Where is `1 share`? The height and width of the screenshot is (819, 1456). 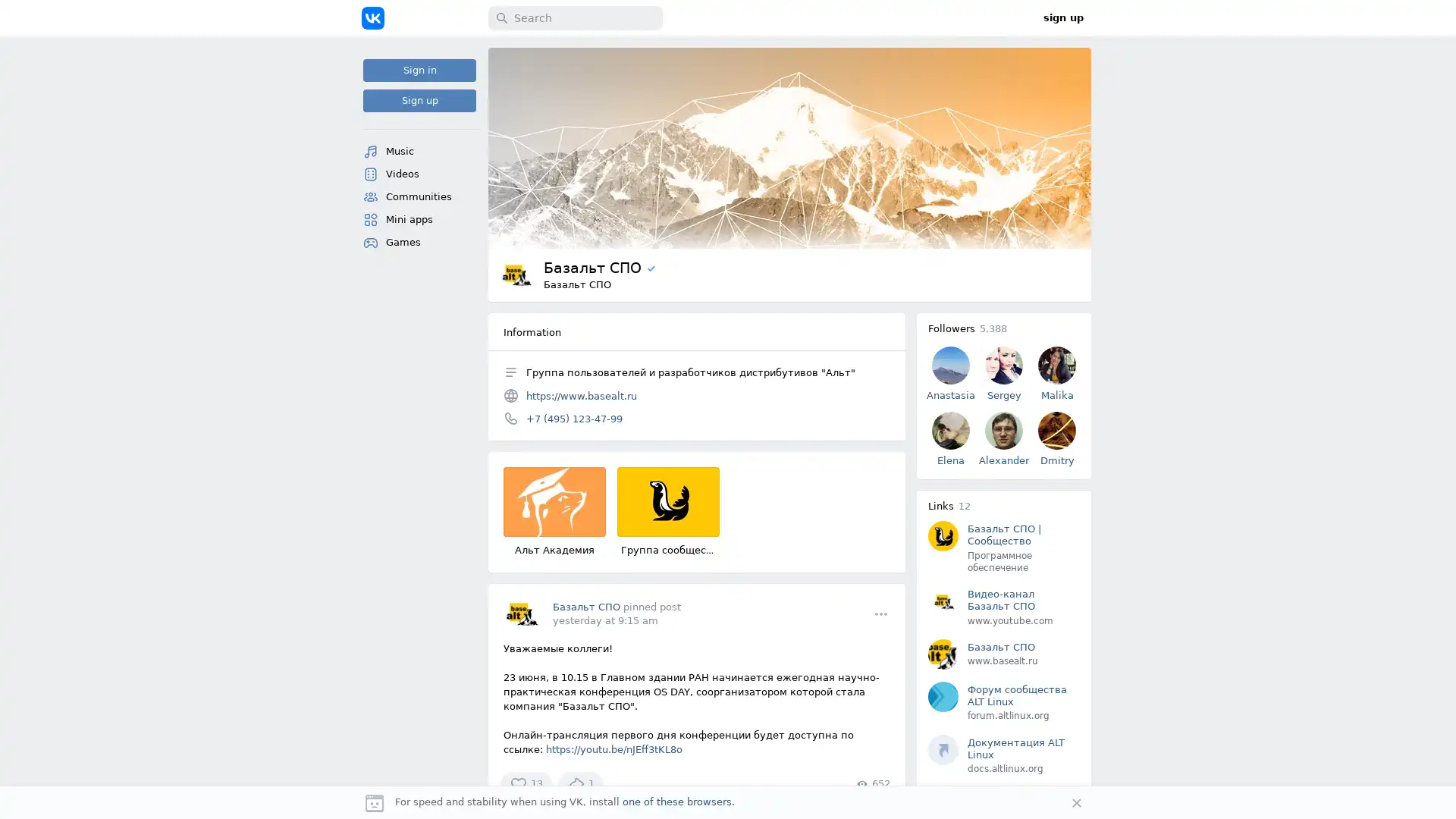
1 share is located at coordinates (580, 783).